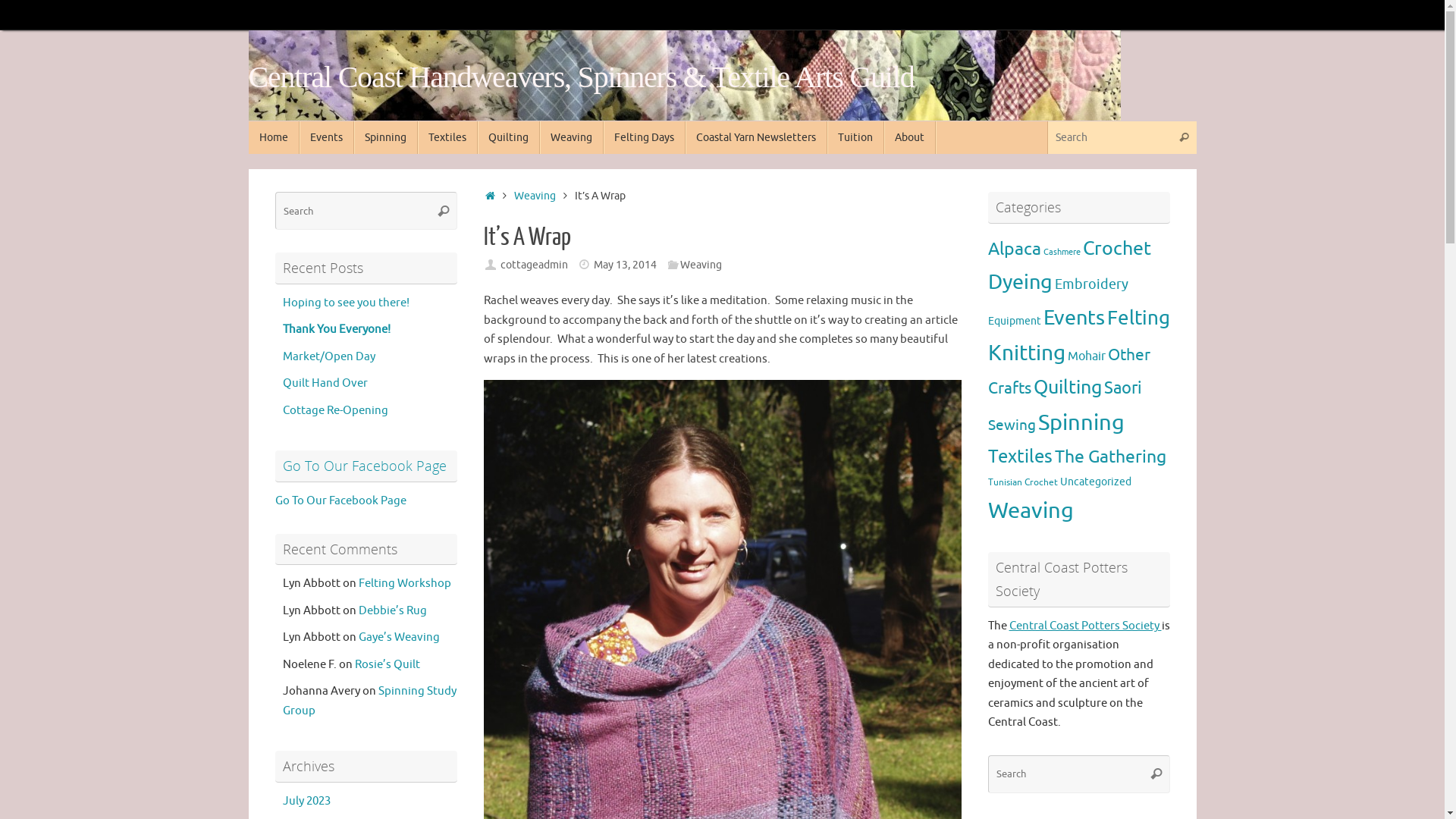  I want to click on 'Events', so click(325, 137).